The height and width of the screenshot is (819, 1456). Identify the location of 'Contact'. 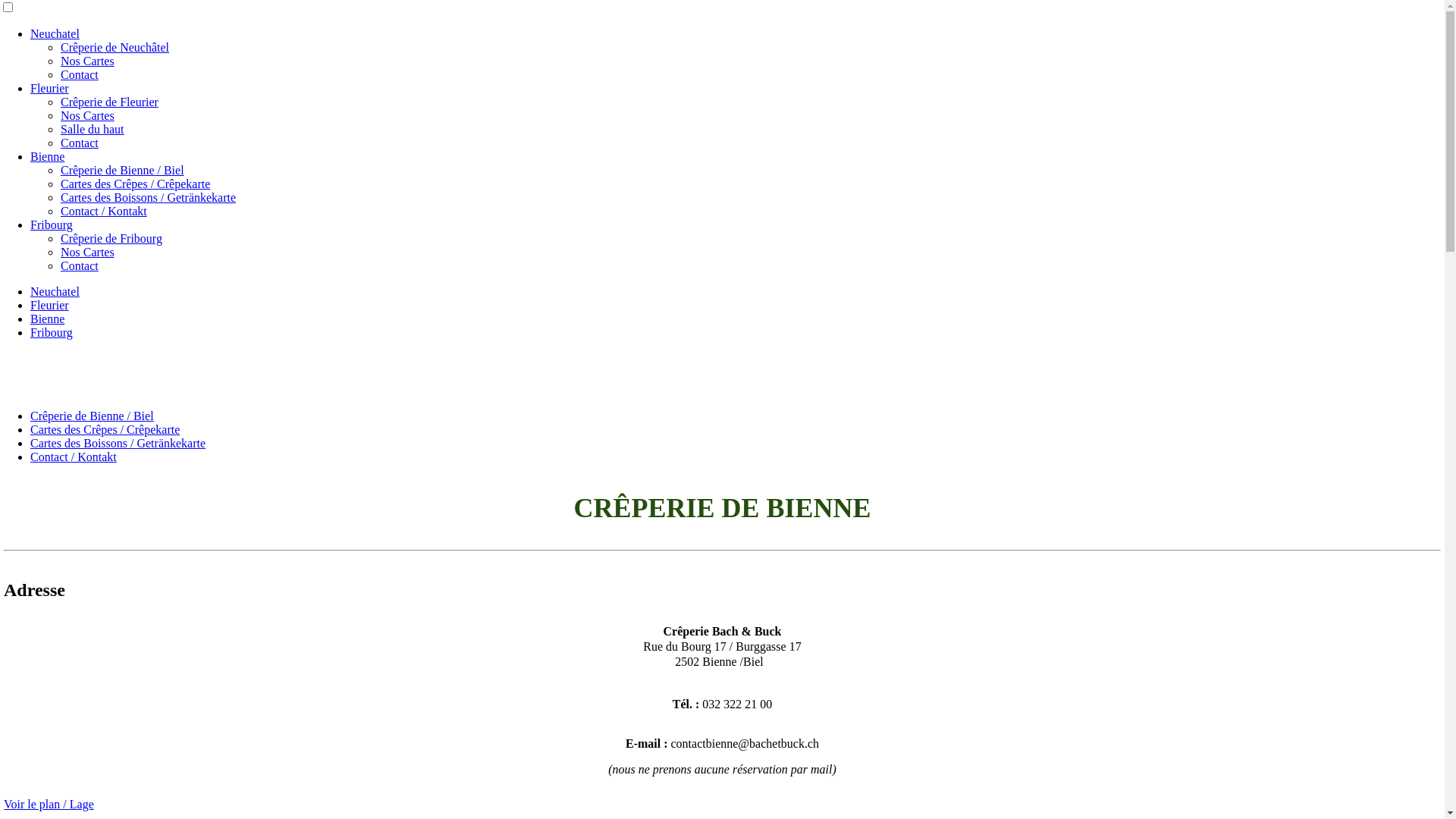
(79, 143).